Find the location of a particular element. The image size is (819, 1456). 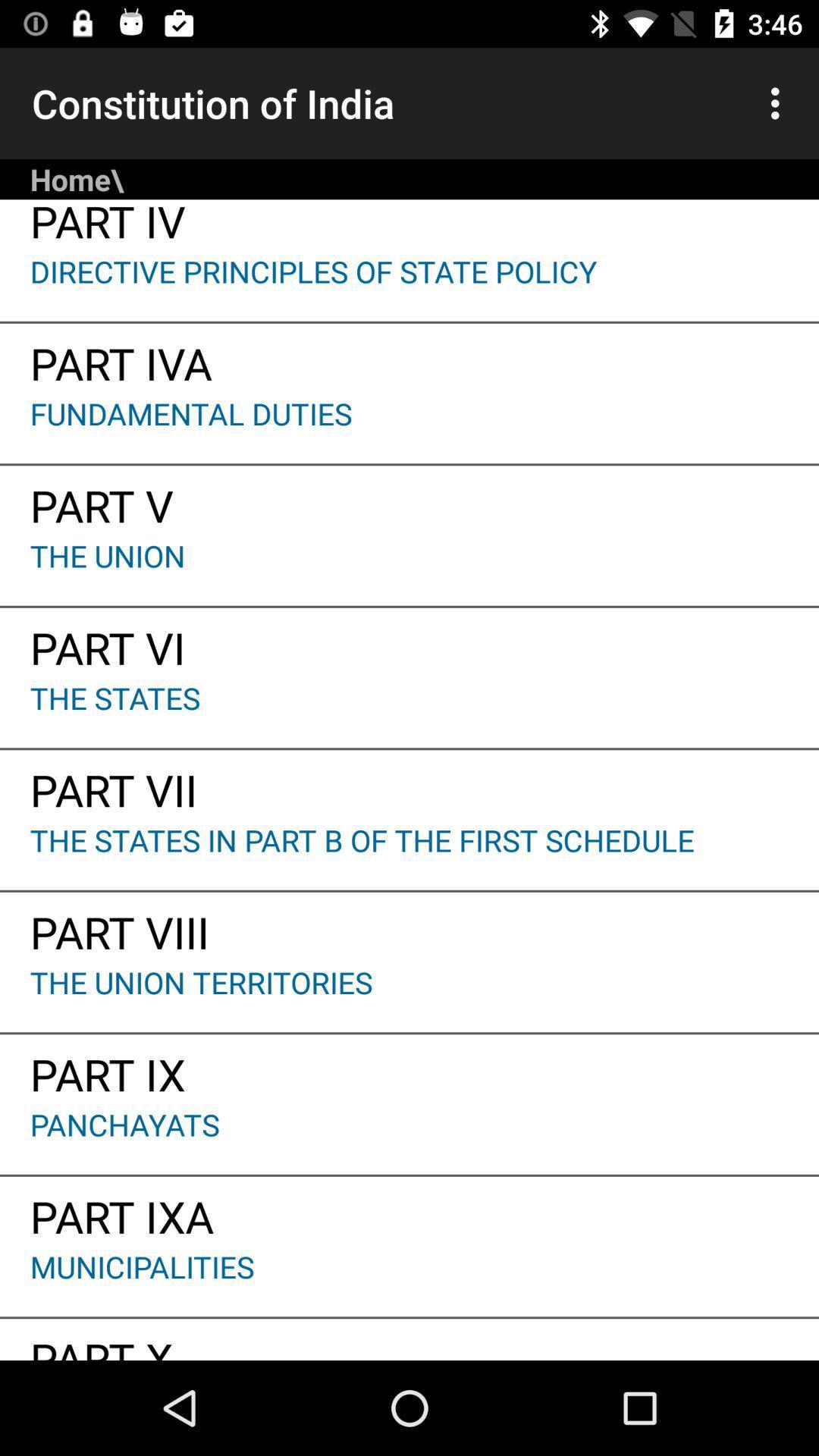

the icon above fundamental duties is located at coordinates (409, 357).